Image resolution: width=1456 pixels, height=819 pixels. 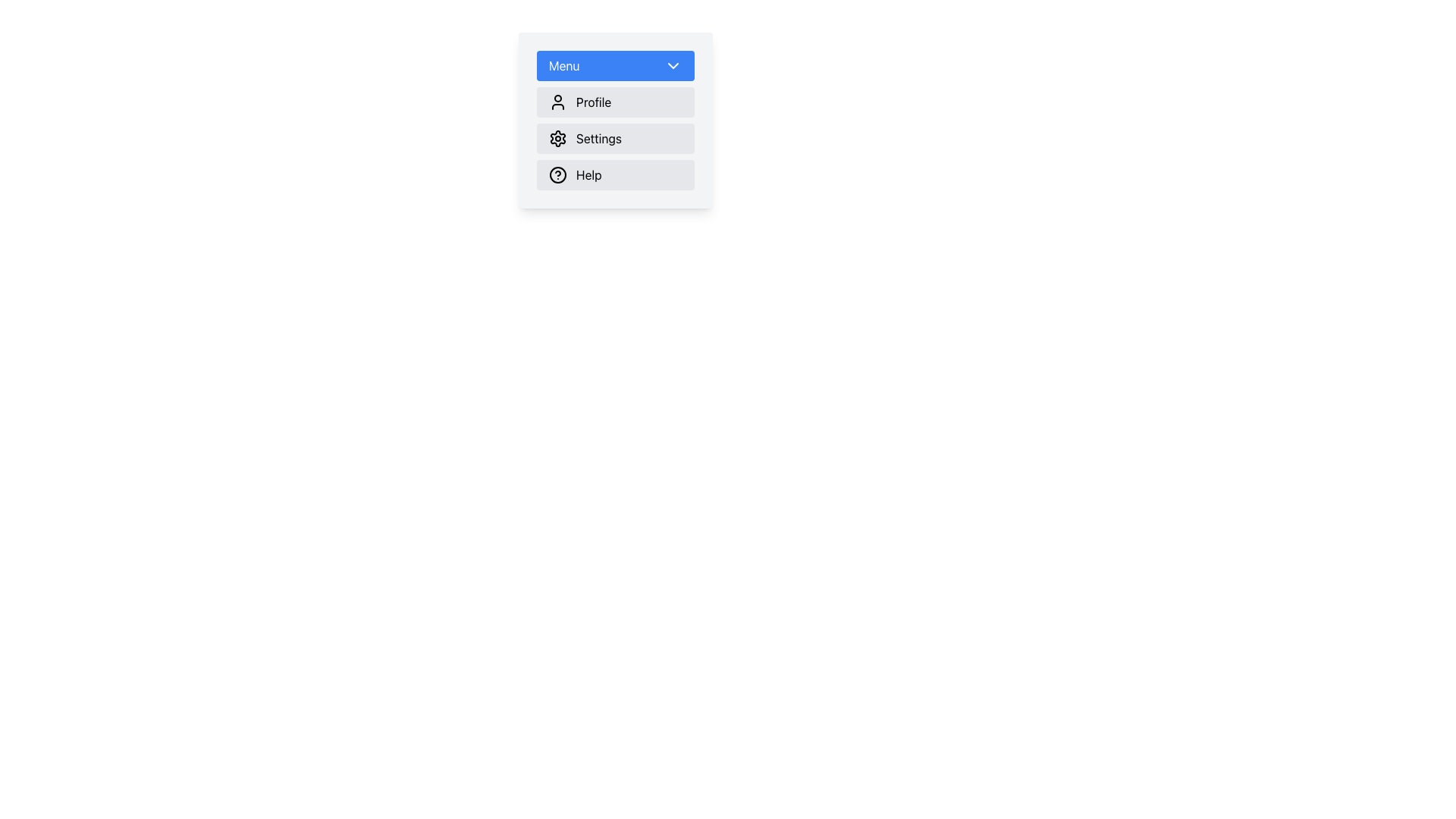 What do you see at coordinates (673, 65) in the screenshot?
I see `the downward-facing chevron icon (Dropdown indicator) on the far-right end of the blue 'Menu' button` at bounding box center [673, 65].